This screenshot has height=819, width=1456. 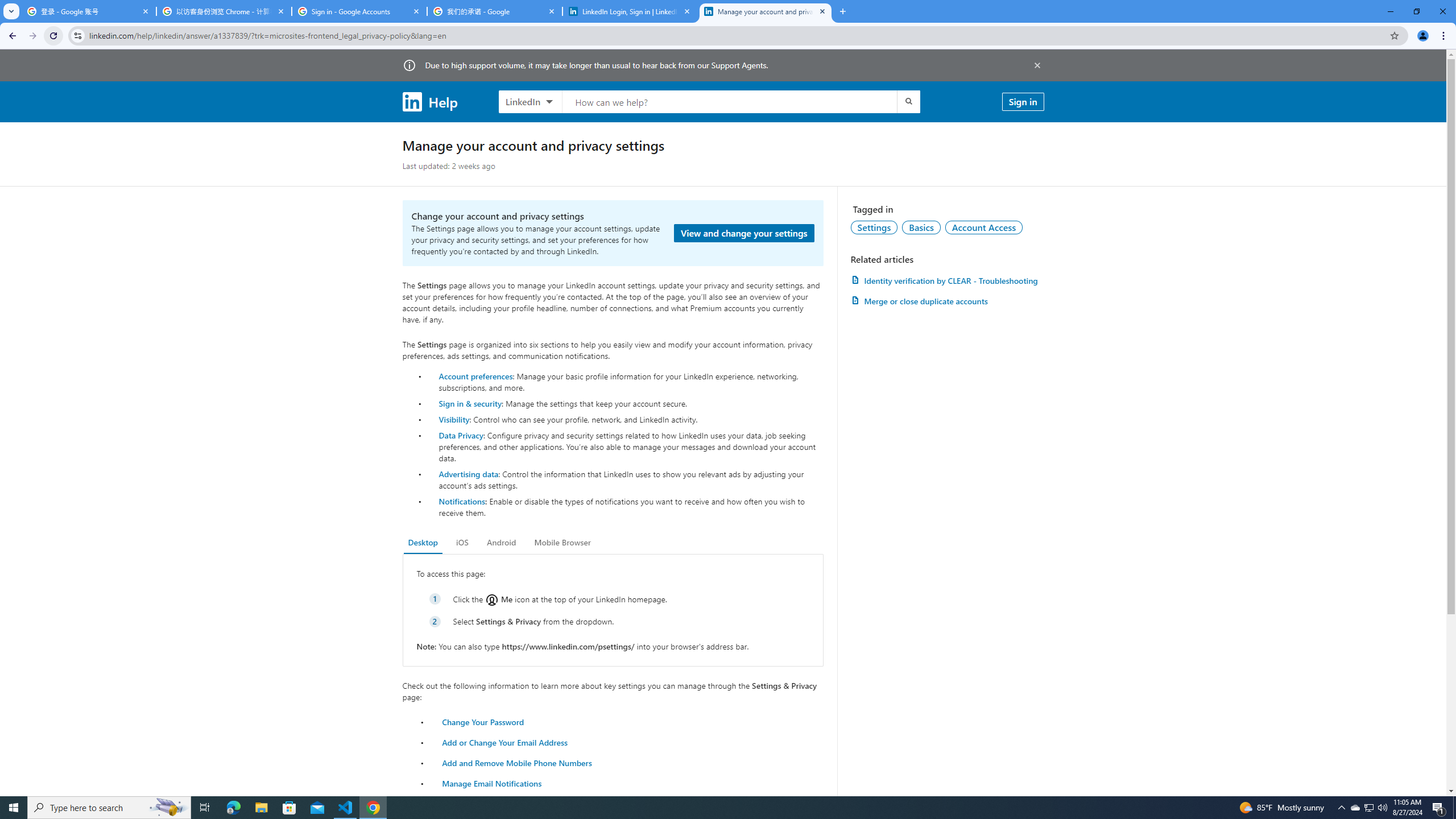 I want to click on 'Manage your account and privacy settings | LinkedIn Help', so click(x=765, y=11).